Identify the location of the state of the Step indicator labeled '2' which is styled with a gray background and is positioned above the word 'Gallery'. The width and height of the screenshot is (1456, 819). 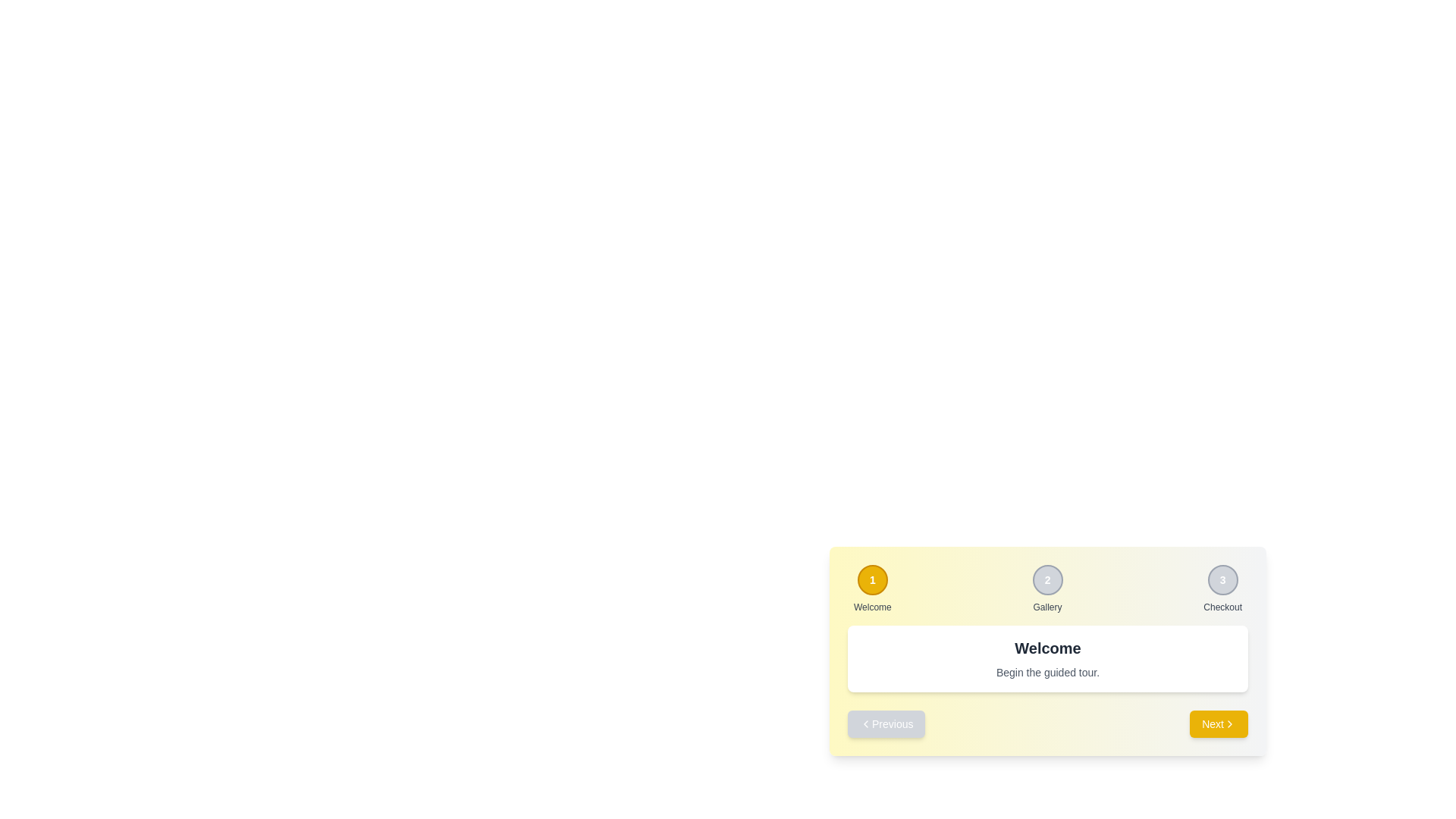
(1046, 588).